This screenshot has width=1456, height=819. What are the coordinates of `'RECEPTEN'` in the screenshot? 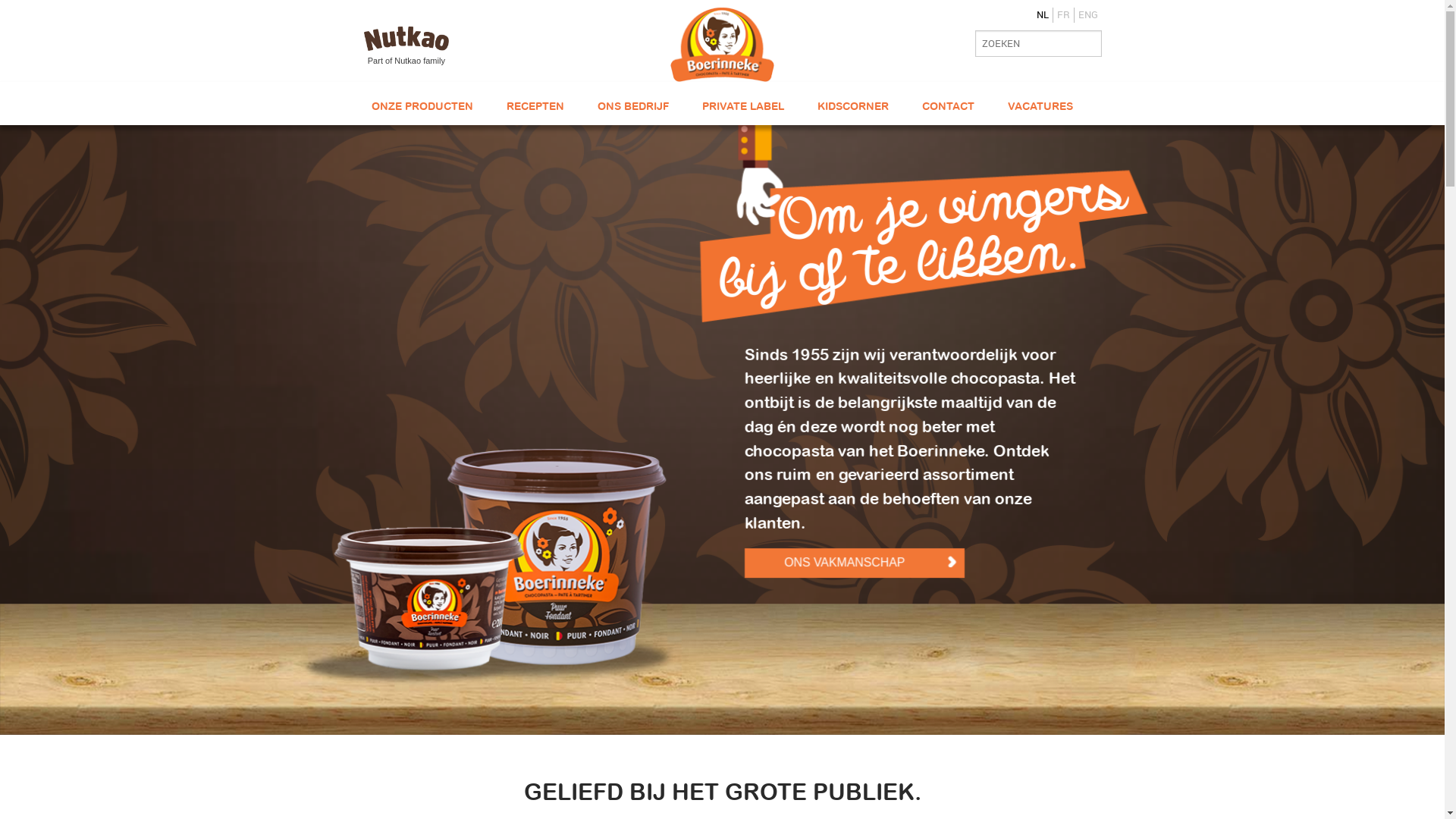 It's located at (535, 105).